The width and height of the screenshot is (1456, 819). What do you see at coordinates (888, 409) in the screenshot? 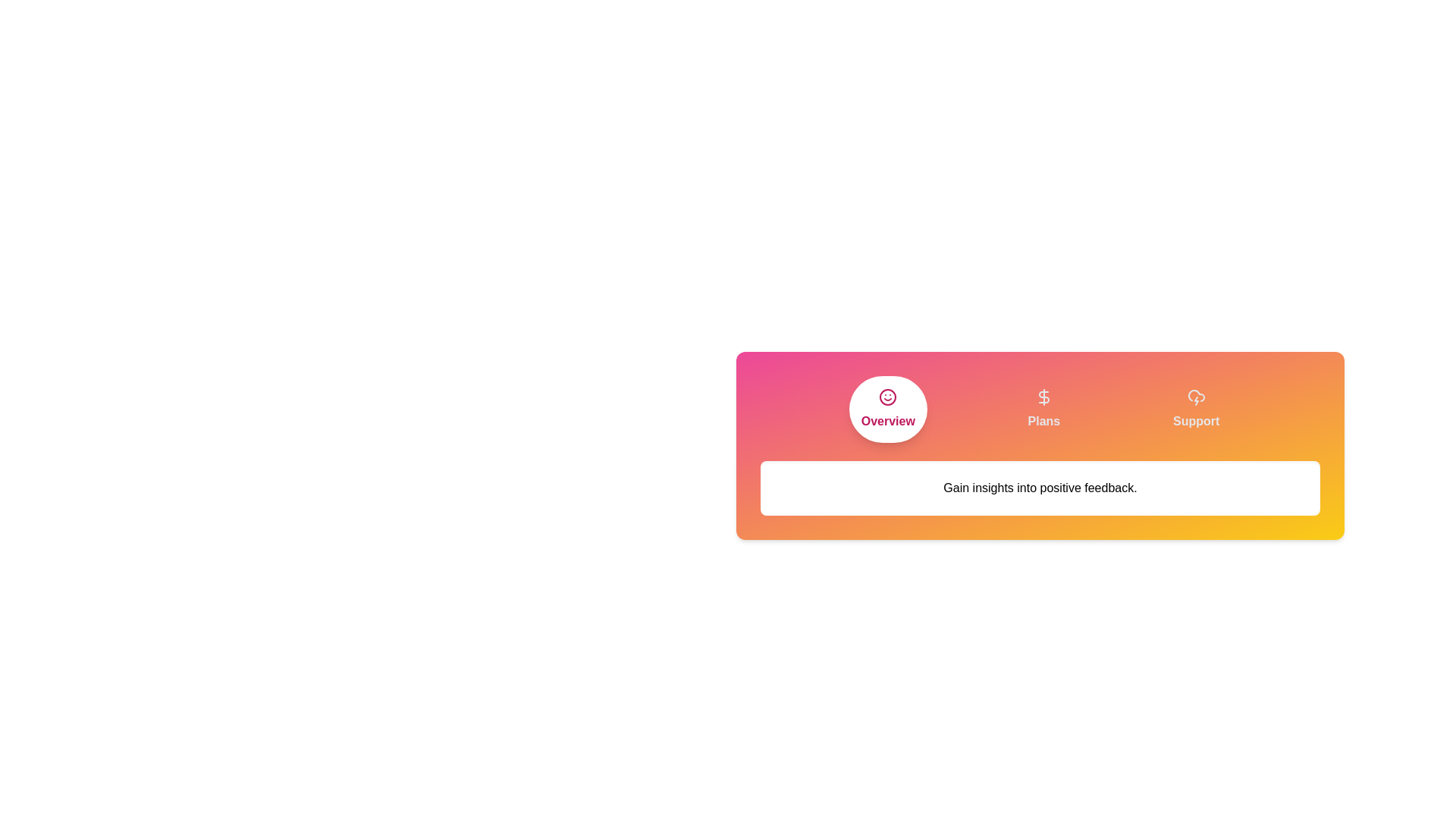
I see `the Overview tab to activate it` at bounding box center [888, 409].